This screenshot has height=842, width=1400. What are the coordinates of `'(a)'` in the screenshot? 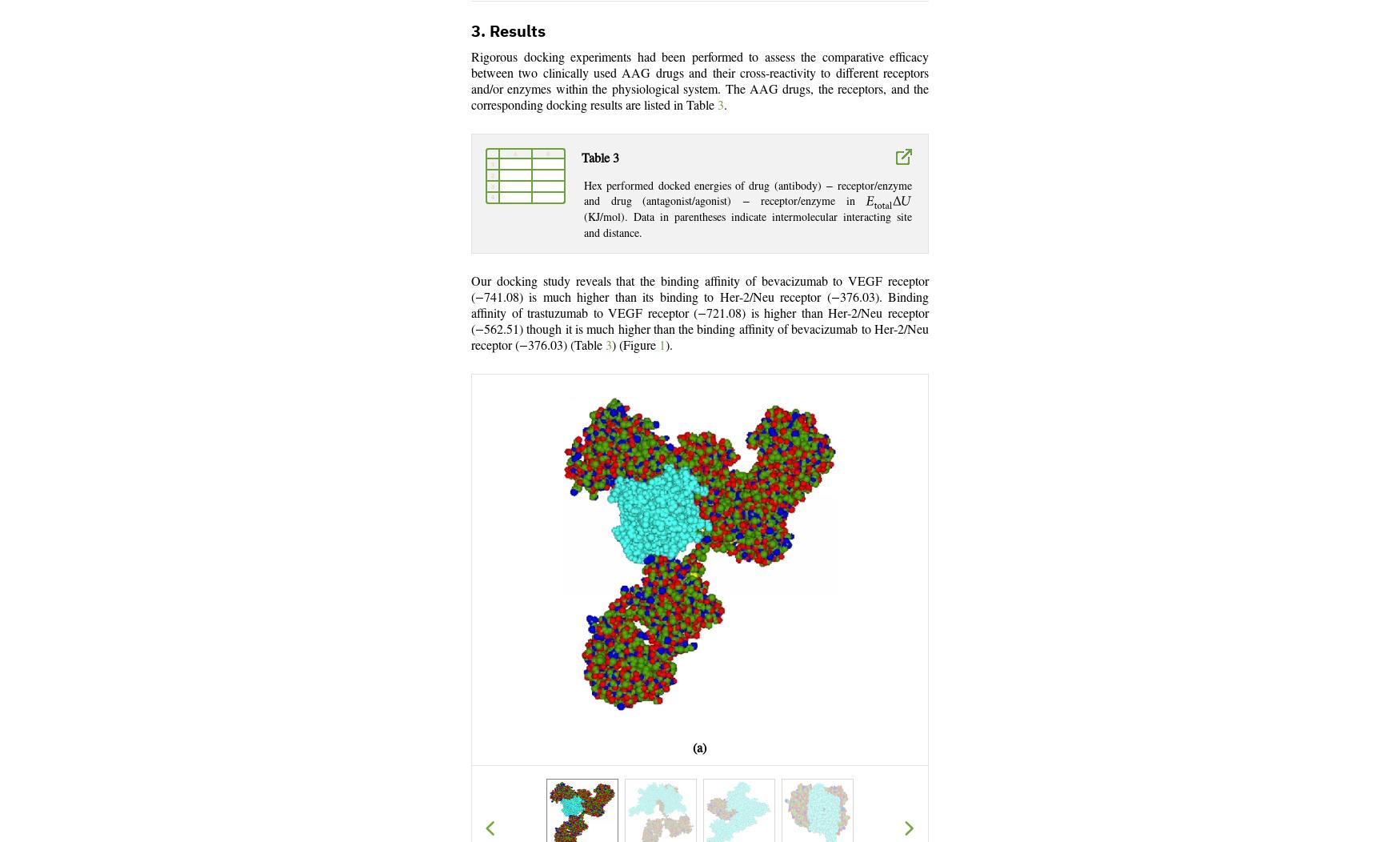 It's located at (699, 748).